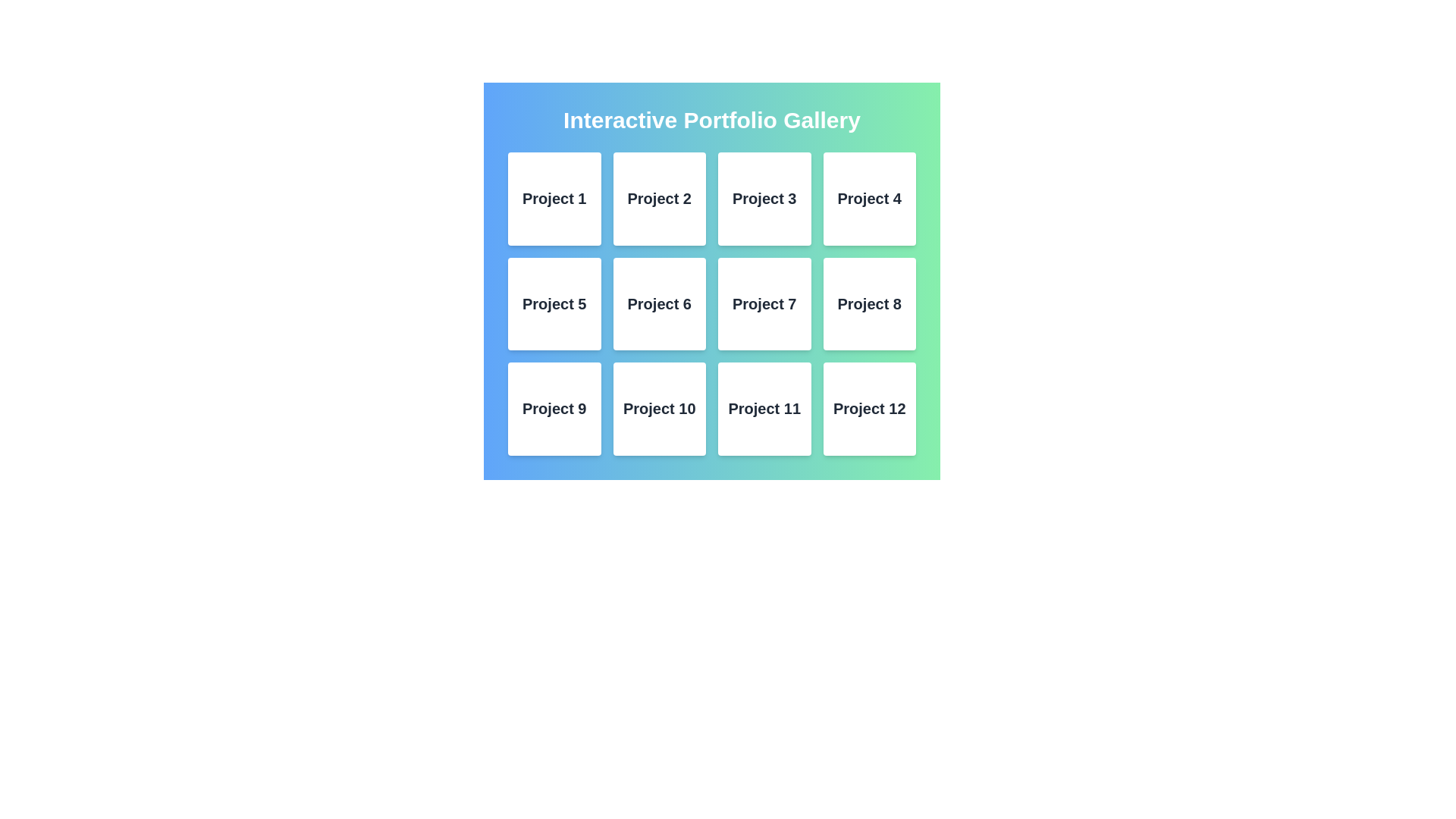 The height and width of the screenshot is (819, 1456). What do you see at coordinates (711, 281) in the screenshot?
I see `the individual items within the 'Interactive Portfolio Gallery' that contains text boxes titled 'Project 1' through 'Project 12'` at bounding box center [711, 281].